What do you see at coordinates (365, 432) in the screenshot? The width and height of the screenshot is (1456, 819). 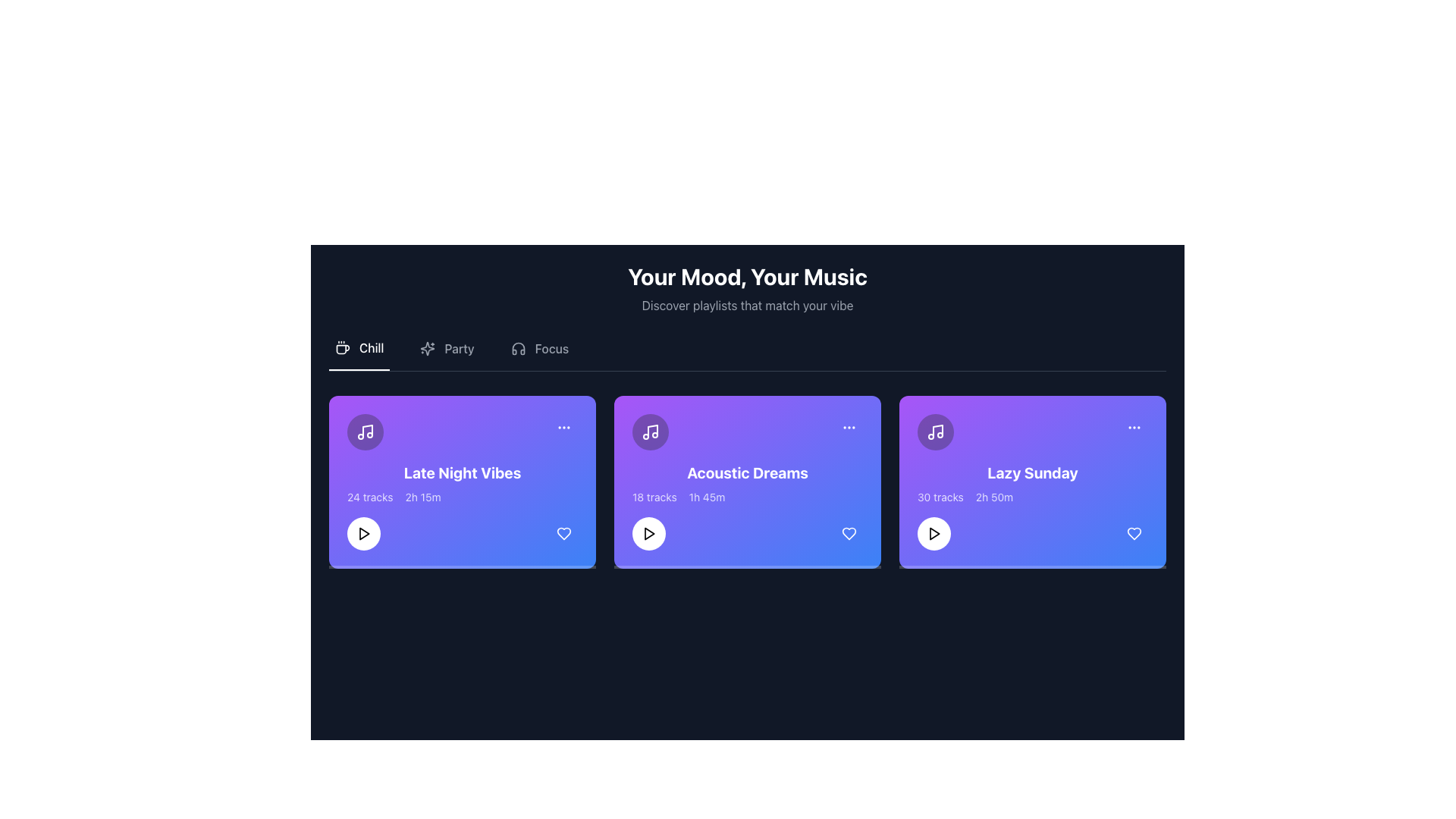 I see `the circular icon with a black background and white music note inside, located at the top-left corner of the 'Late Night Vibes' card` at bounding box center [365, 432].